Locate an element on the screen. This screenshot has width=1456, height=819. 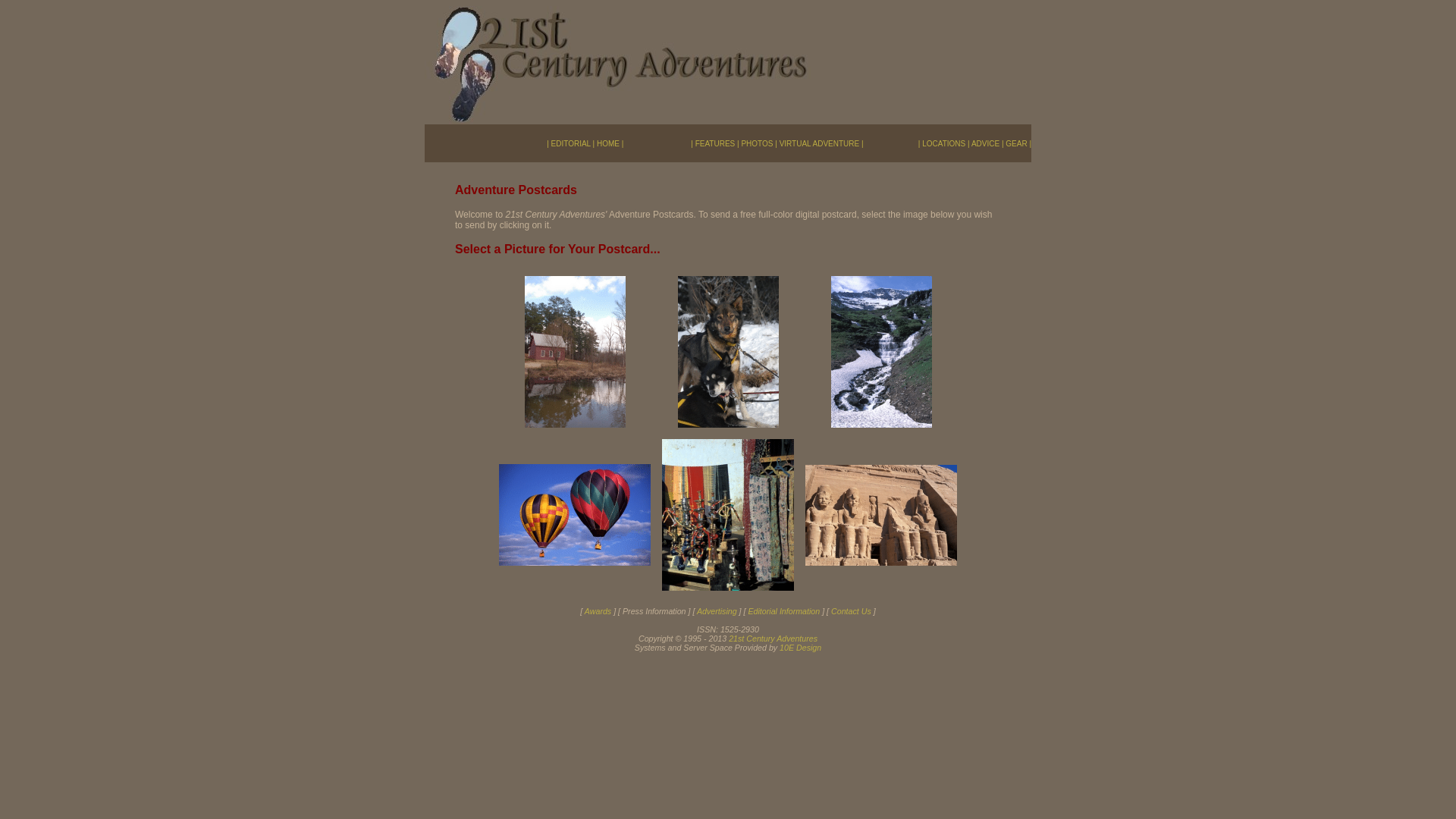
'VIRTUAL ADVENTURE' is located at coordinates (818, 143).